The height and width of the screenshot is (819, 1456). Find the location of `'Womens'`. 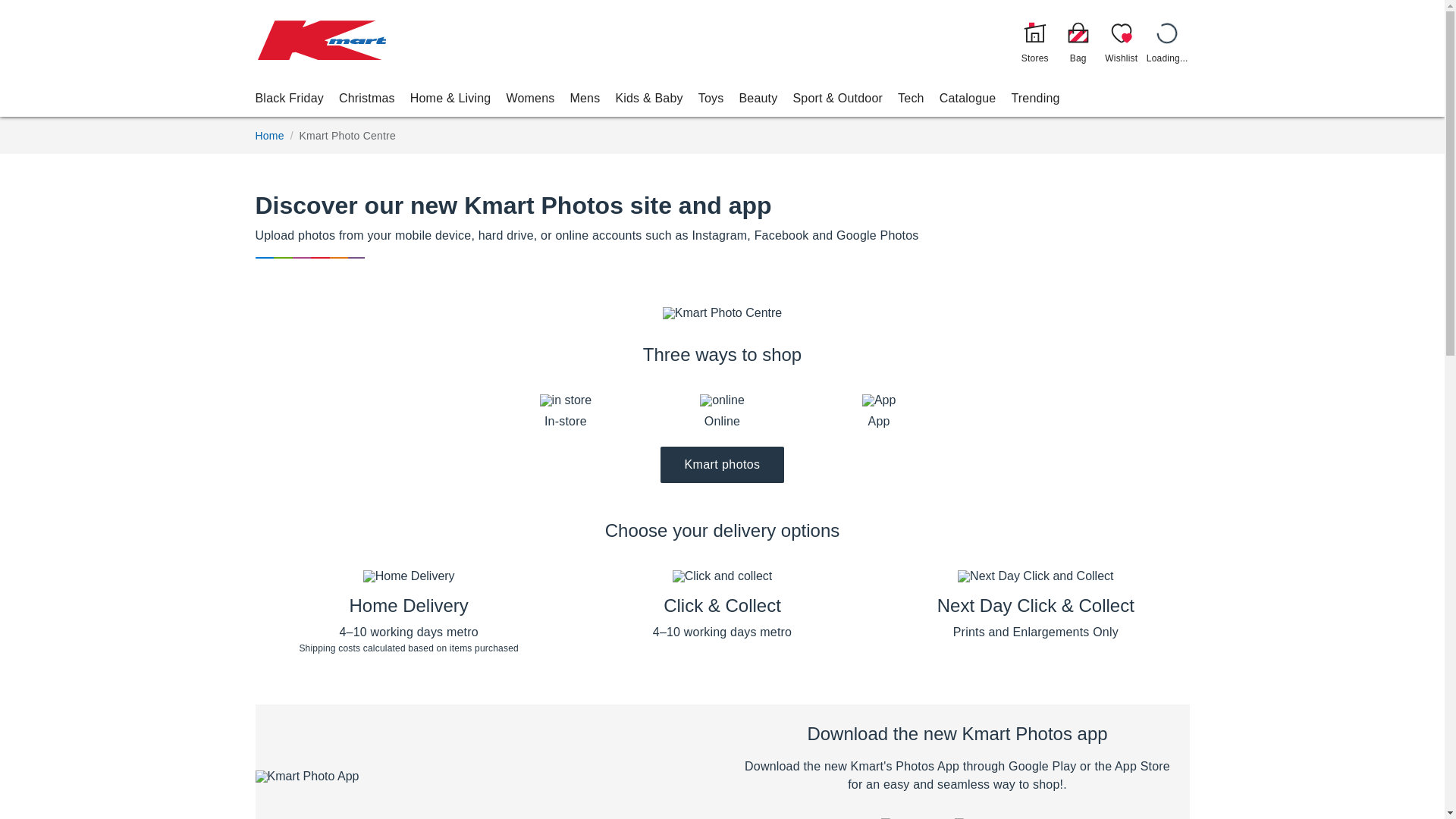

'Womens' is located at coordinates (530, 98).